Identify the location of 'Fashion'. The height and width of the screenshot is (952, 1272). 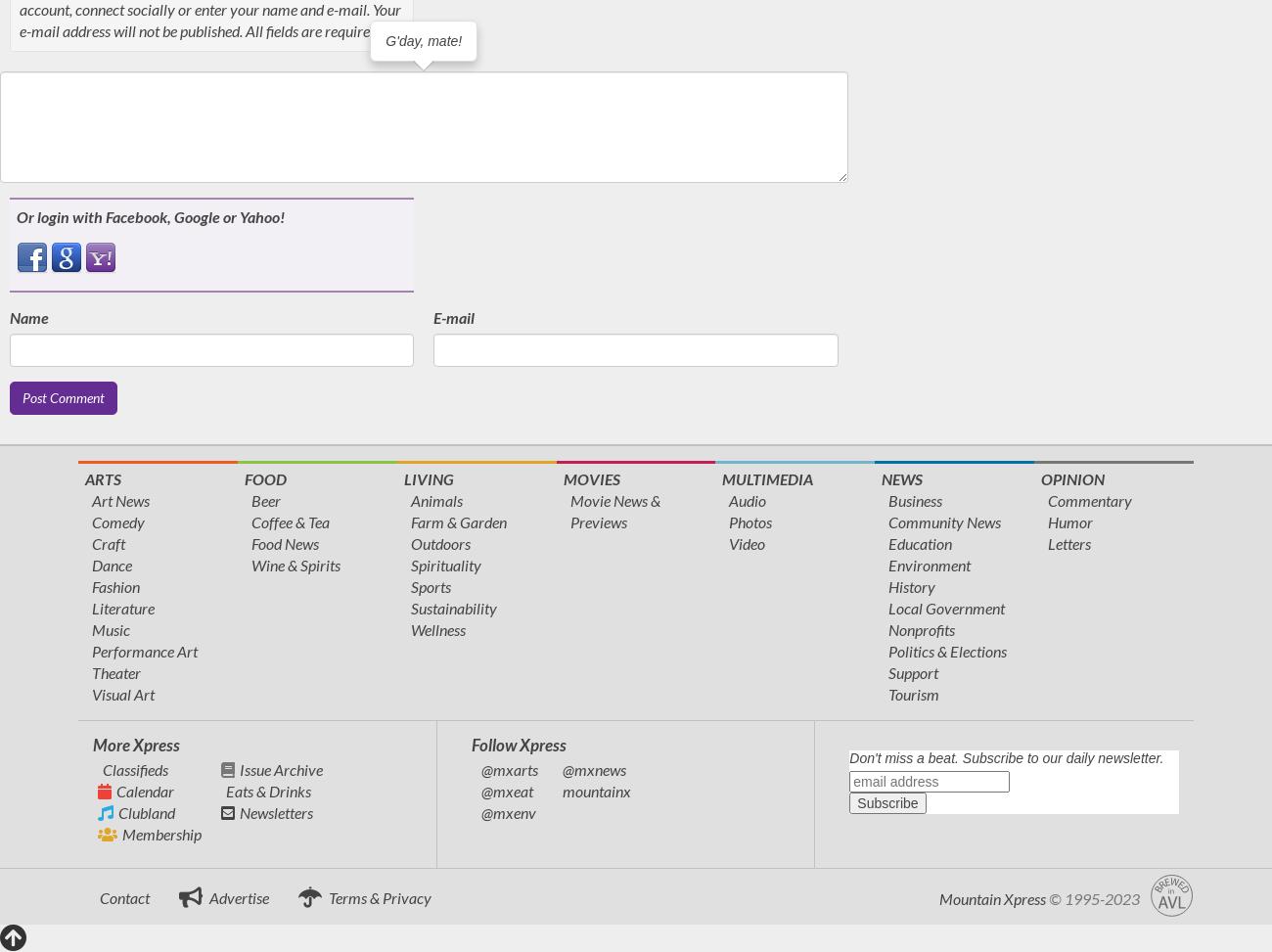
(114, 585).